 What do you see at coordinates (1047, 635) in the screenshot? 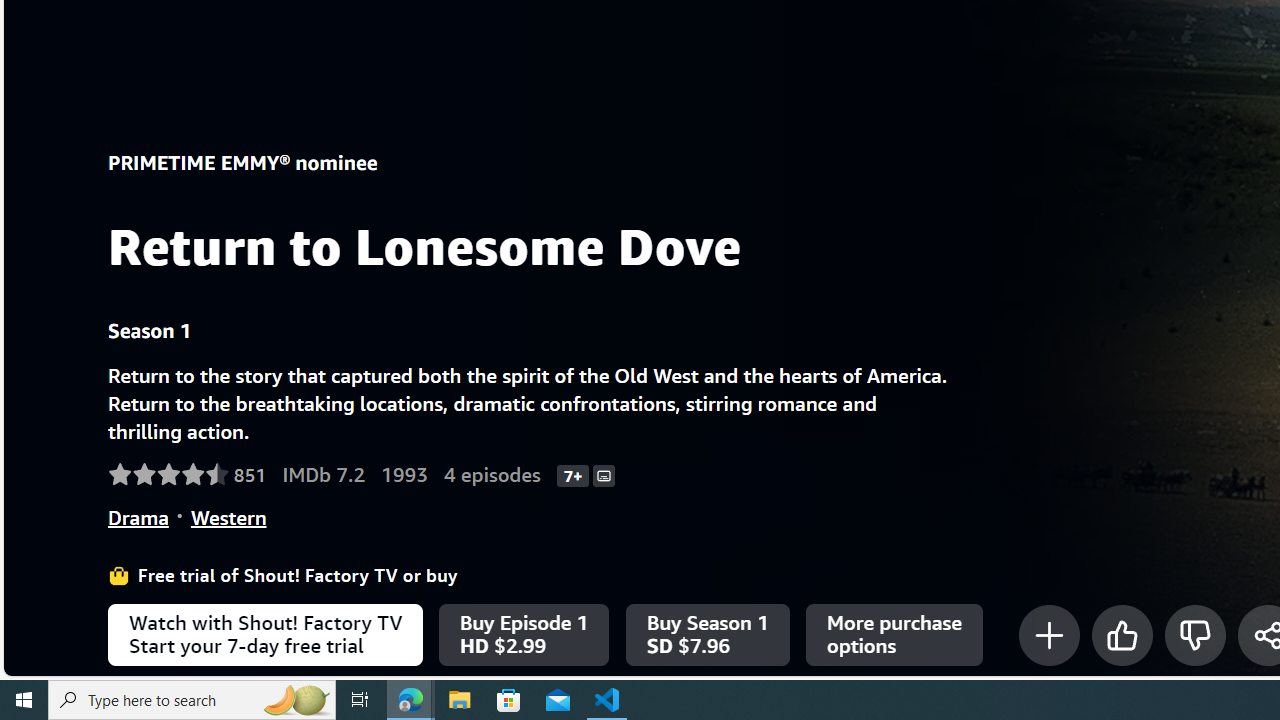
I see `'Add to Watchlist'` at bounding box center [1047, 635].